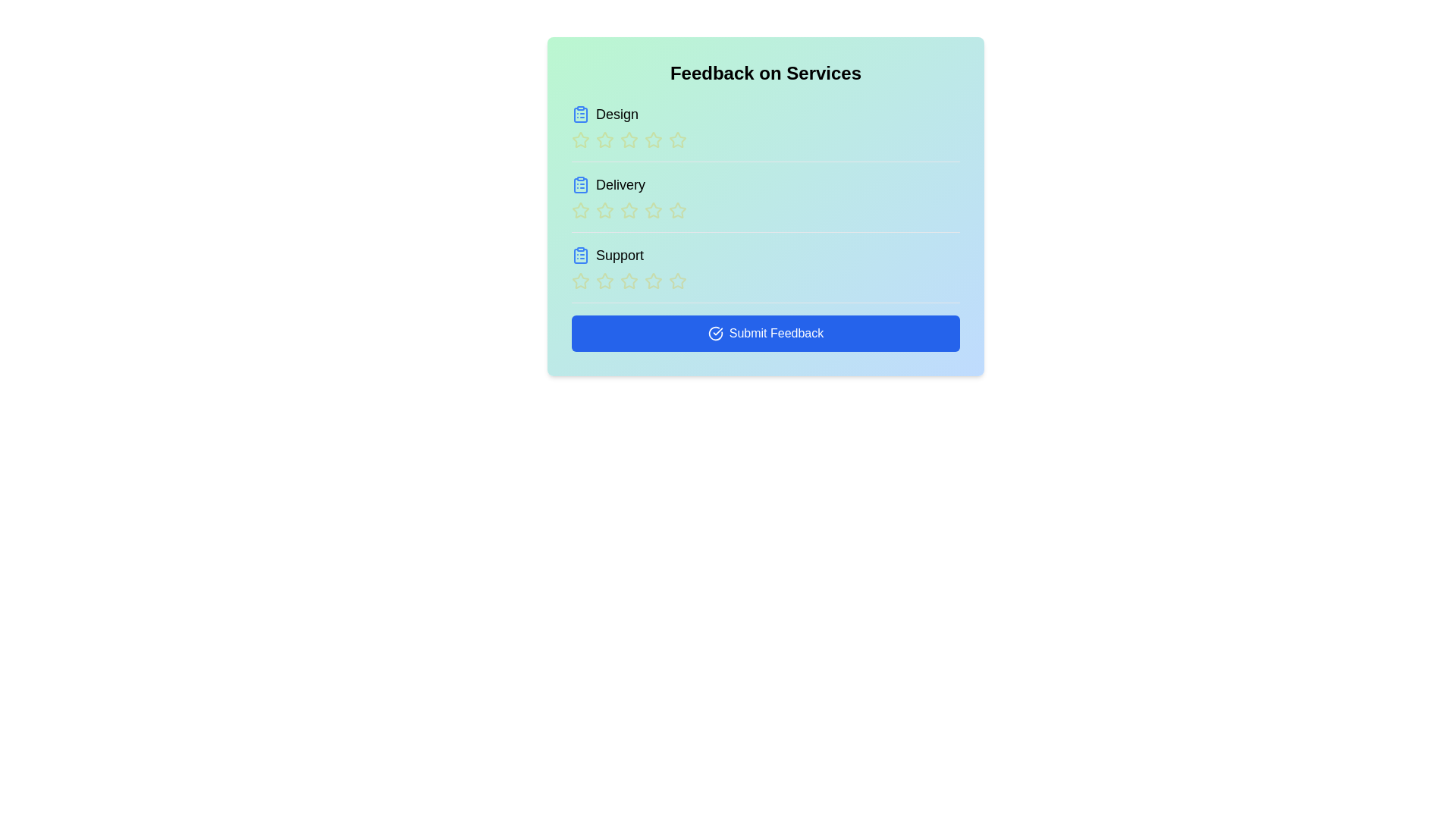 This screenshot has width=1456, height=819. I want to click on 'Submit Feedback' button, so click(765, 332).